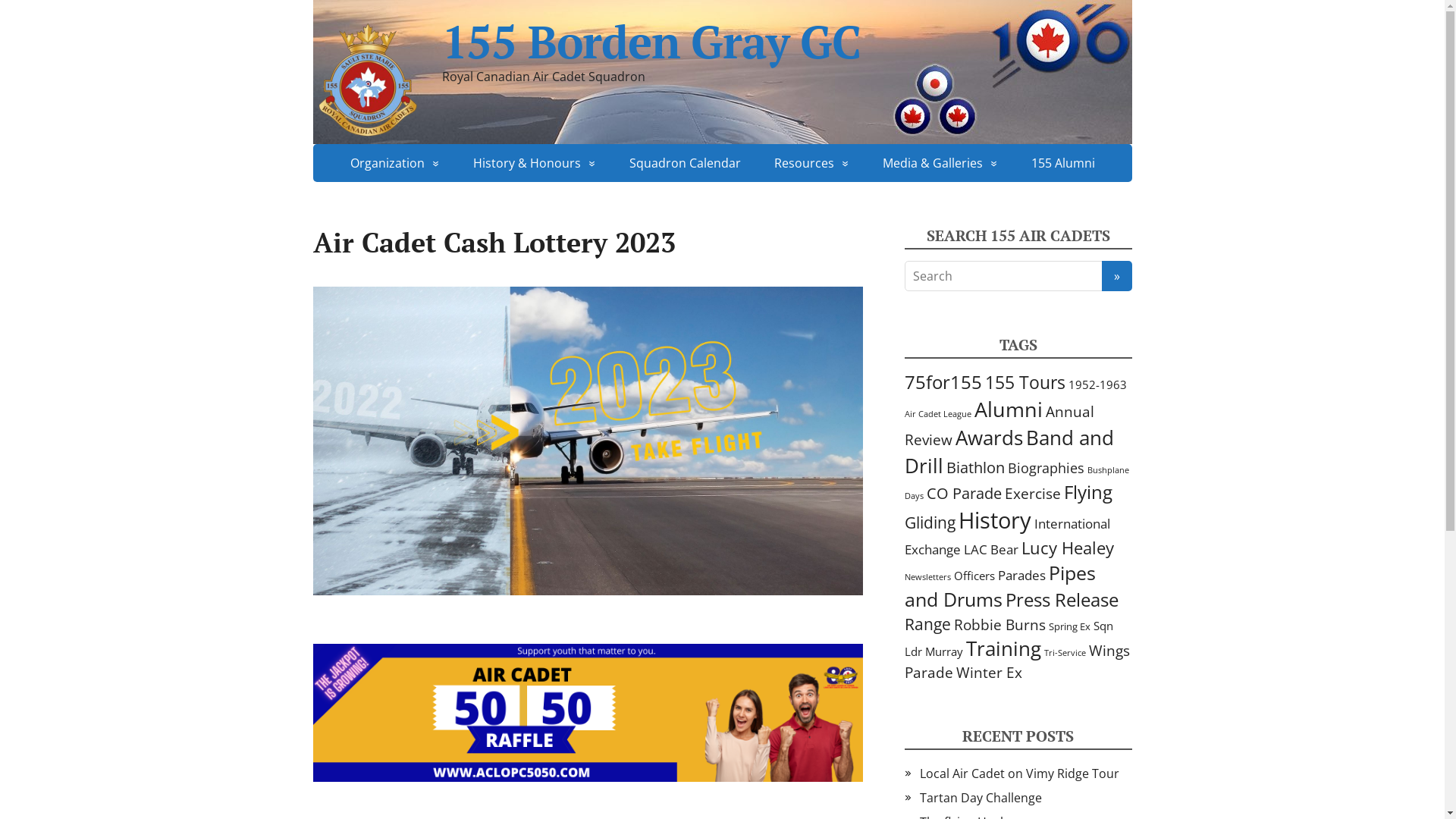 This screenshot has width=1456, height=819. Describe the element at coordinates (810, 163) in the screenshot. I see `'Resources'` at that location.